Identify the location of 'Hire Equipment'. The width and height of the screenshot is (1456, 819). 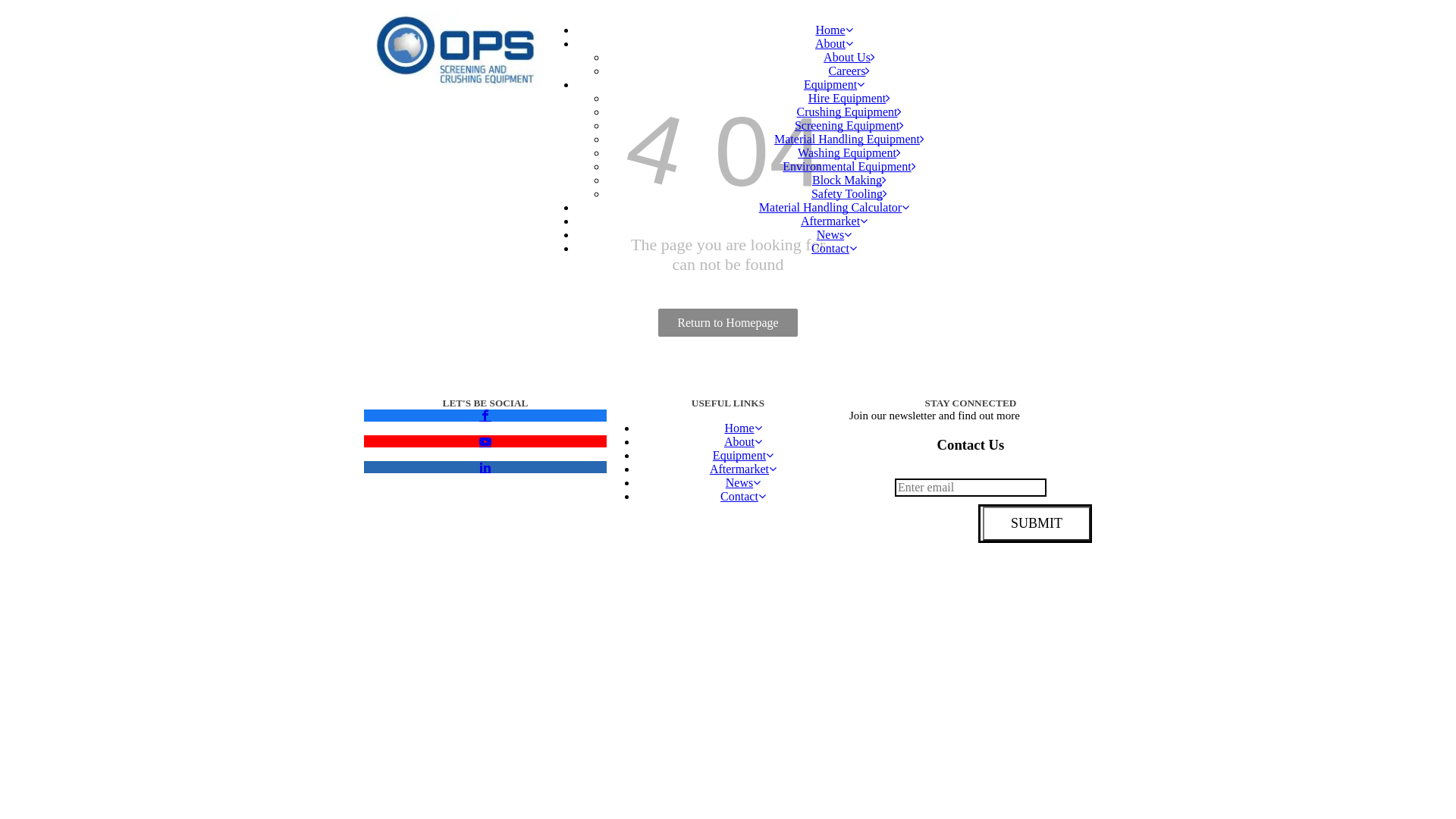
(849, 98).